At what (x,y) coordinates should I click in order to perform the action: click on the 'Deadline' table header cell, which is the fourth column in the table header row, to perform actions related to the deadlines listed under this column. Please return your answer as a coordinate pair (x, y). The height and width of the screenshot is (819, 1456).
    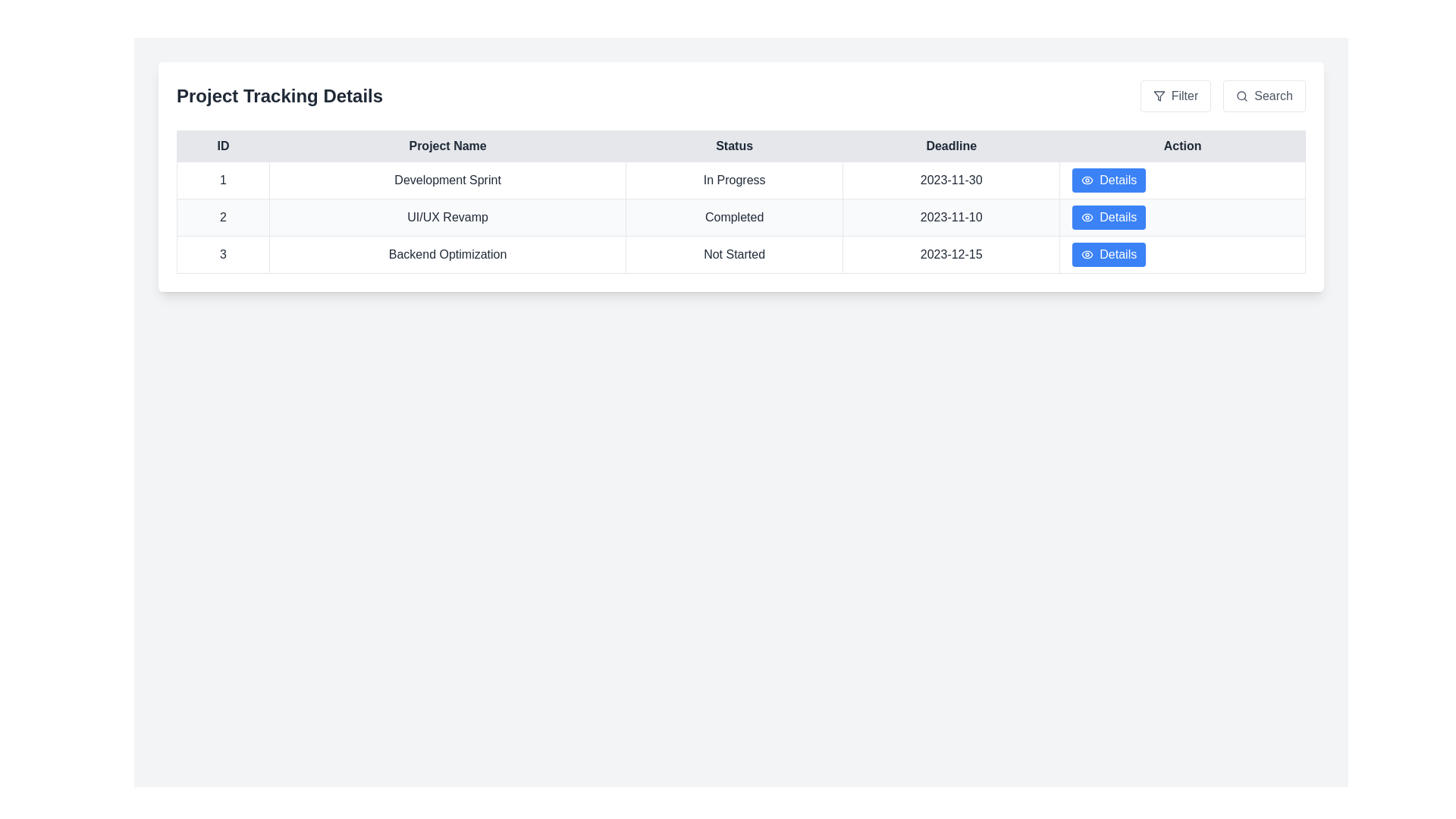
    Looking at the image, I should click on (950, 146).